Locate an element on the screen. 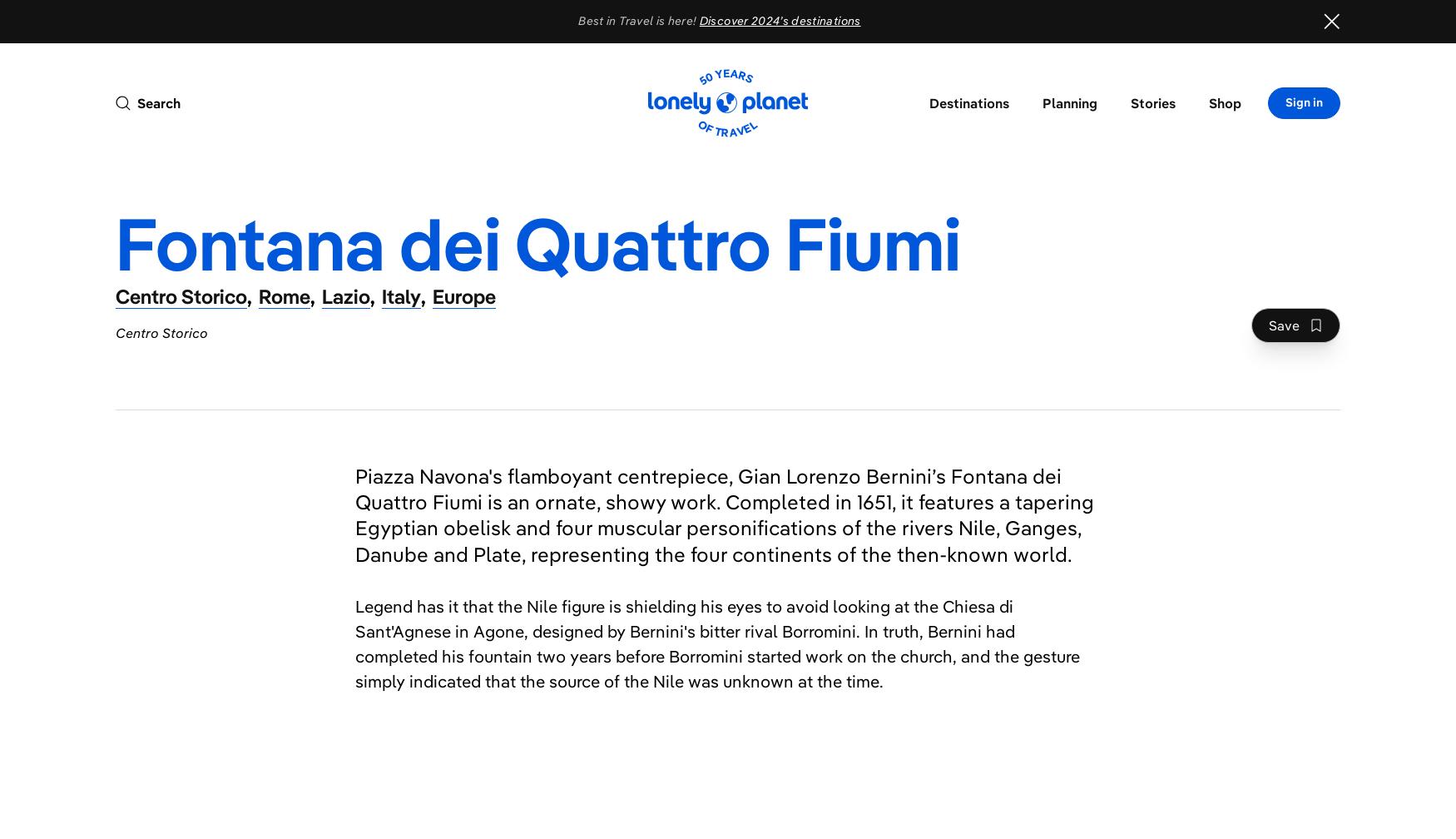  'Stadio di Domiziano' is located at coordinates (1165, 792).